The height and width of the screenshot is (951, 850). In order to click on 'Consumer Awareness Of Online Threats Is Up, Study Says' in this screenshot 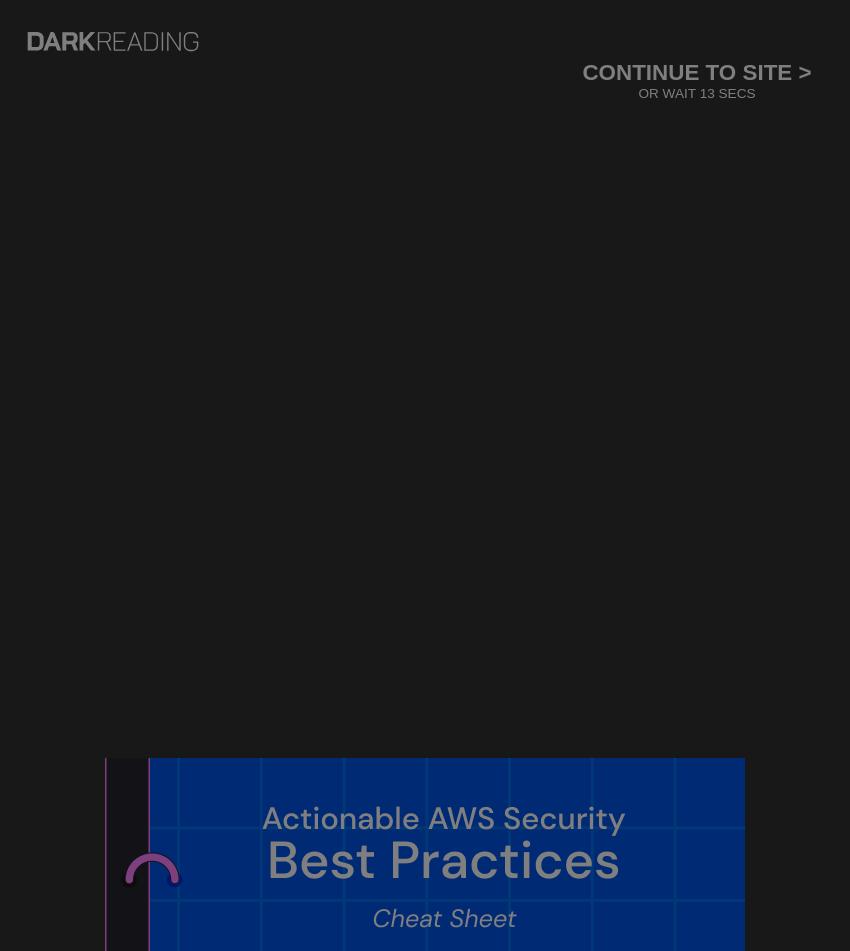, I will do `click(421, 417)`.